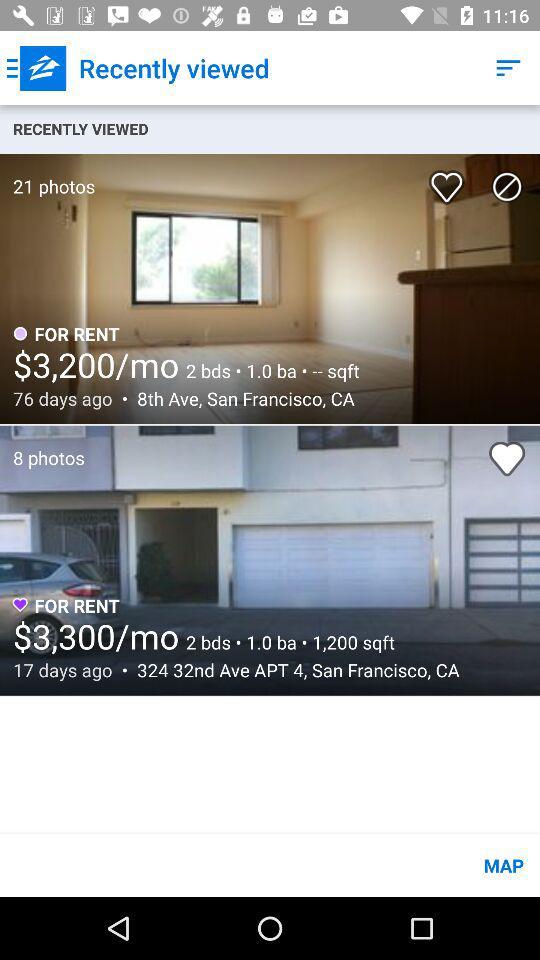 The width and height of the screenshot is (540, 960). Describe the element at coordinates (292, 670) in the screenshot. I see `icon below the $3,300/mo icon` at that location.